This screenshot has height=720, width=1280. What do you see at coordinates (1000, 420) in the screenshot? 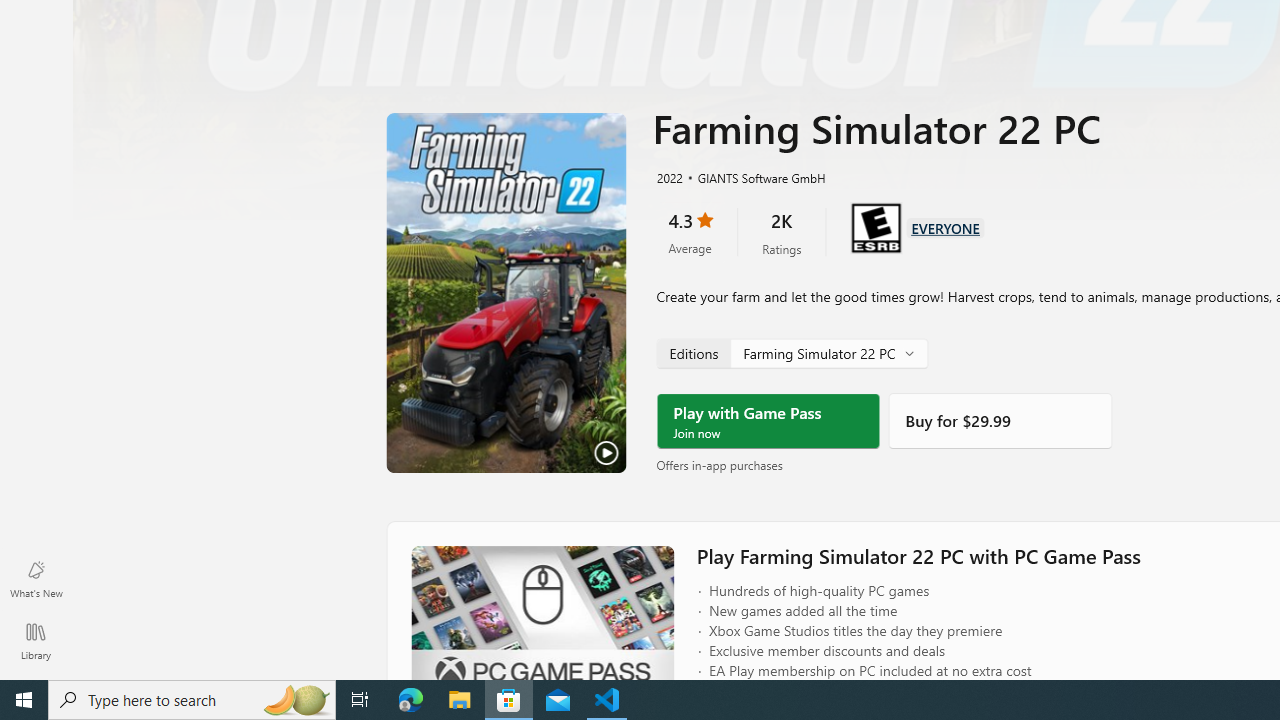
I see `'Buy'` at bounding box center [1000, 420].